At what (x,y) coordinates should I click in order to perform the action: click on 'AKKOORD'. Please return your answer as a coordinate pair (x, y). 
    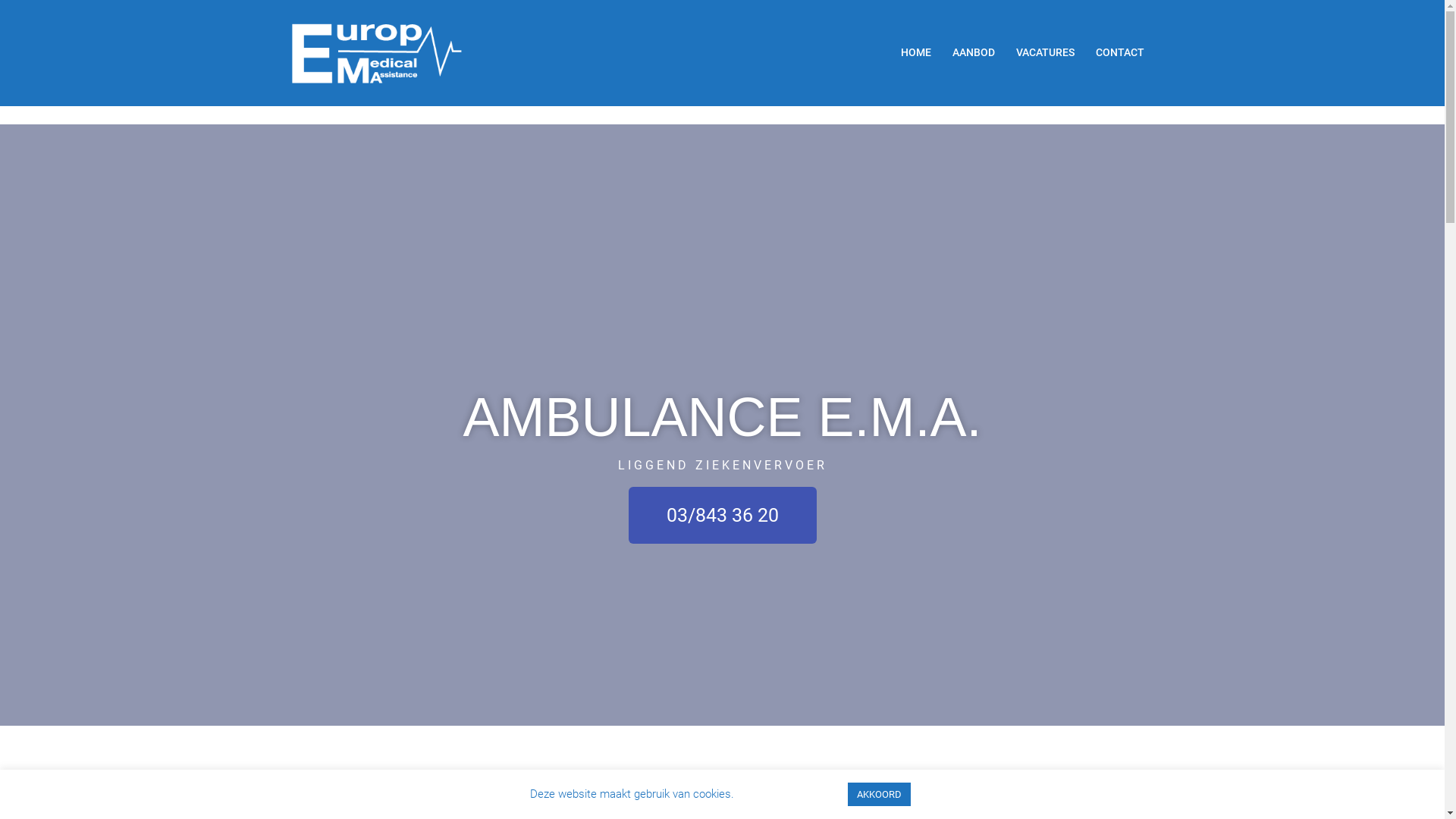
    Looking at the image, I should click on (879, 793).